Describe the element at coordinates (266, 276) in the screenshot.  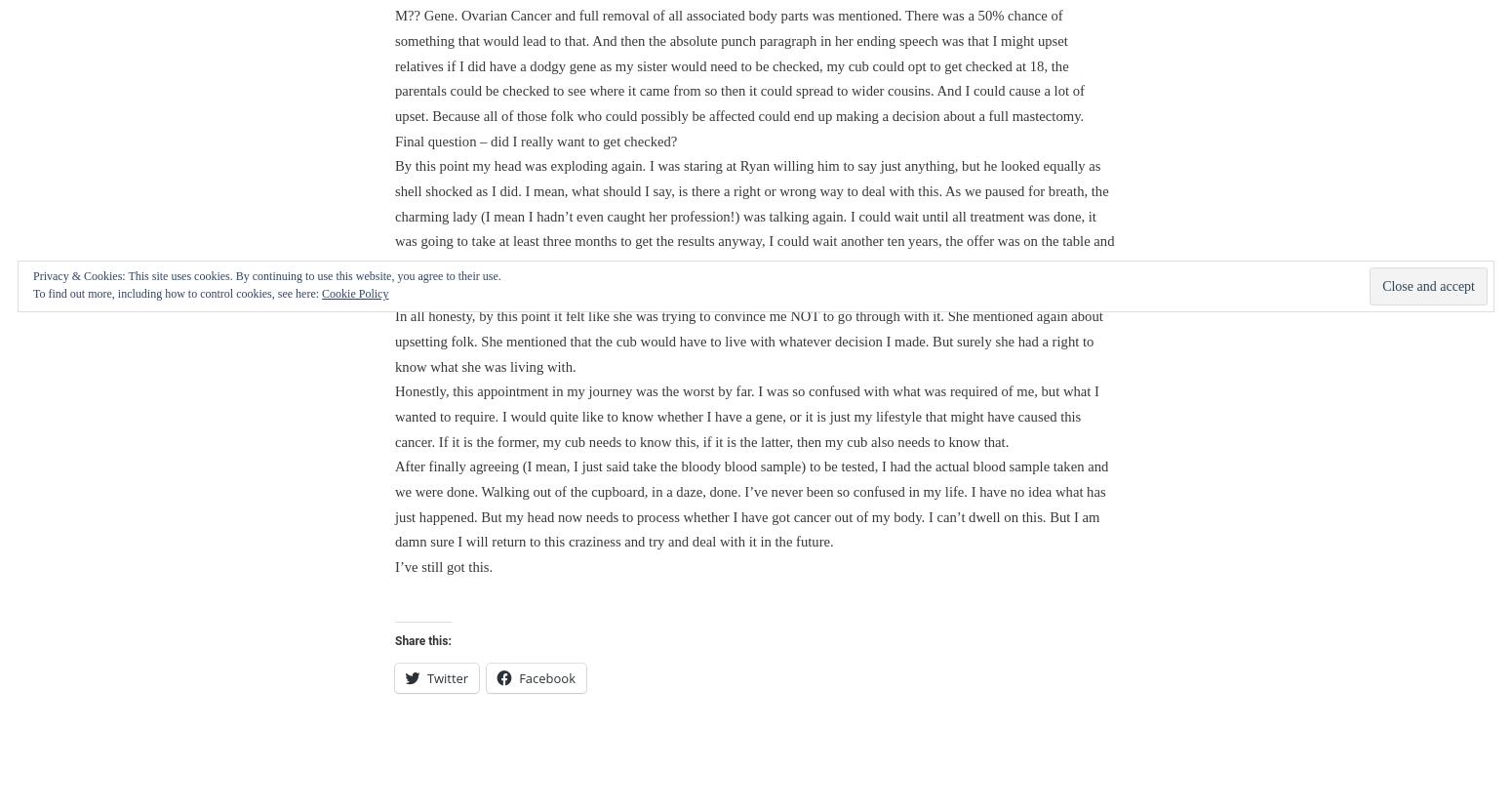
I see `'Privacy & Cookies: This site uses cookies. By continuing to use this website, you agree to their use.'` at that location.